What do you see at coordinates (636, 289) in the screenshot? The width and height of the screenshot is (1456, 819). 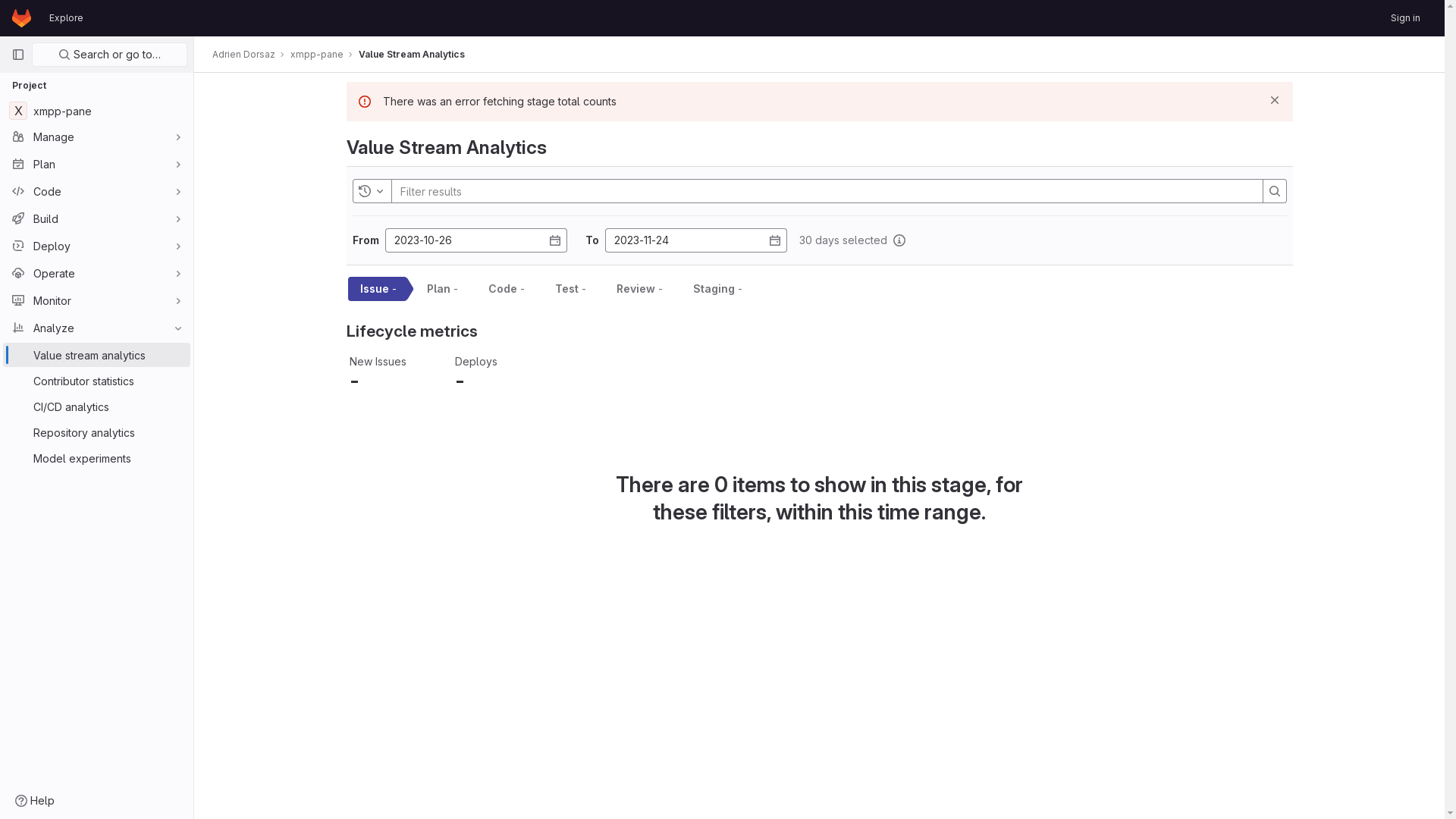 I see `'Review` at bounding box center [636, 289].